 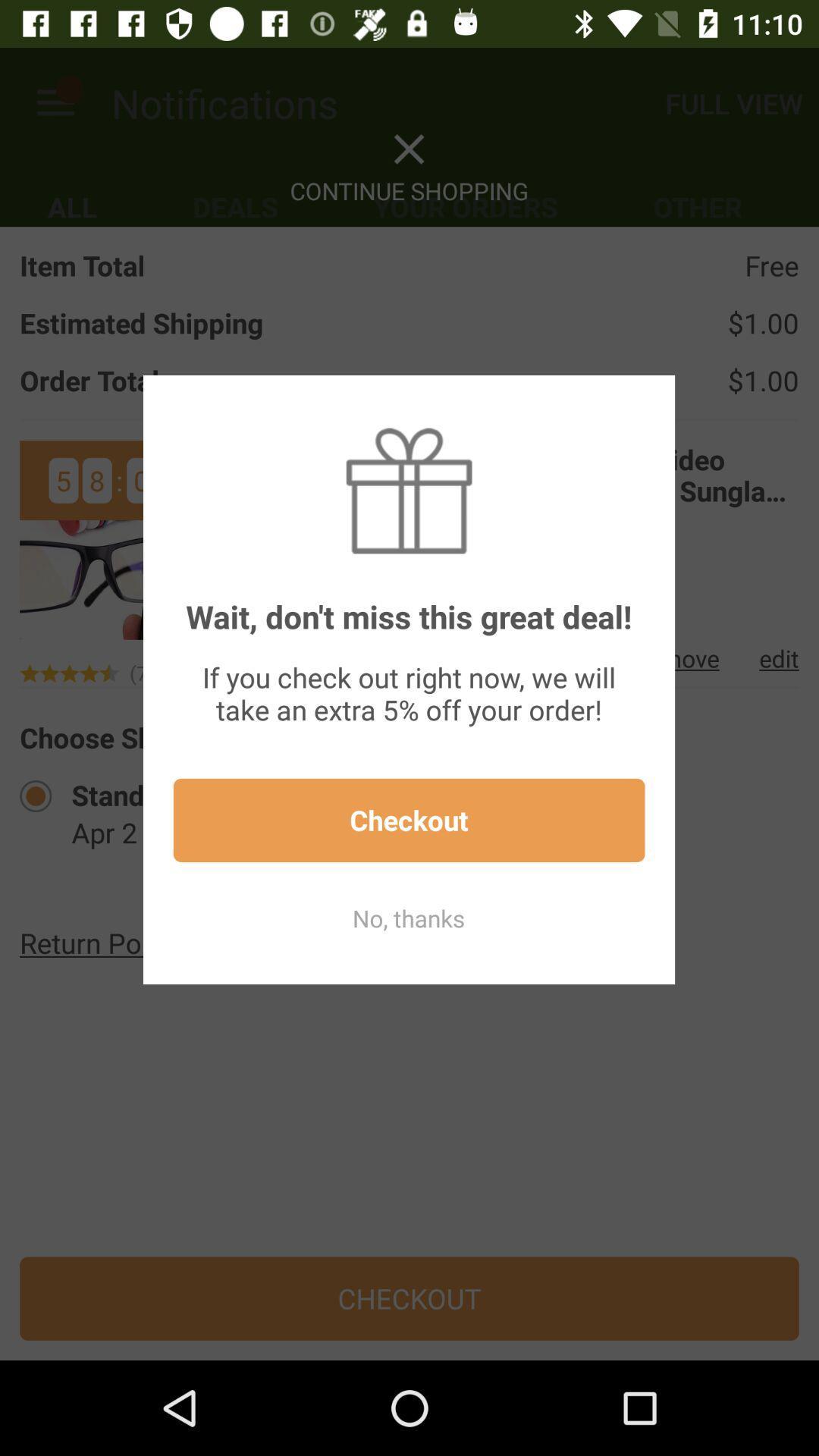 What do you see at coordinates (408, 819) in the screenshot?
I see `the item above no, thanks icon` at bounding box center [408, 819].